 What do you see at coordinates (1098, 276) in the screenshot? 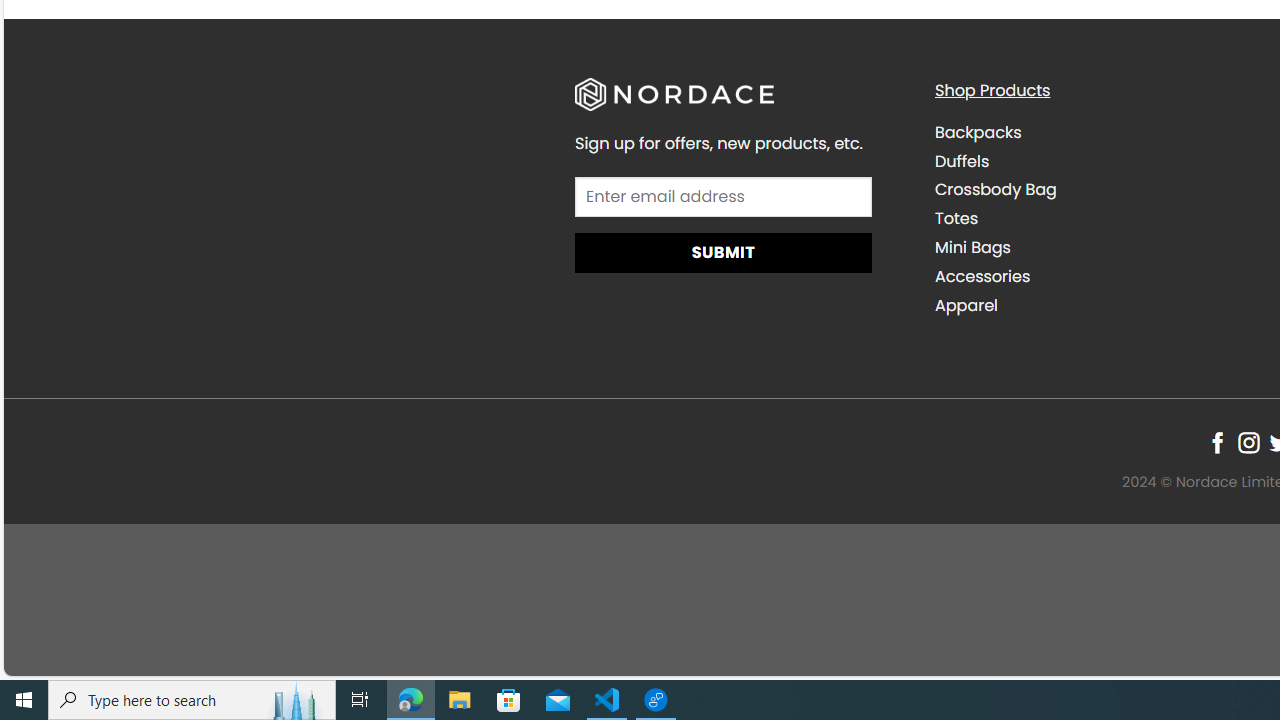
I see `'Accessories'` at bounding box center [1098, 276].